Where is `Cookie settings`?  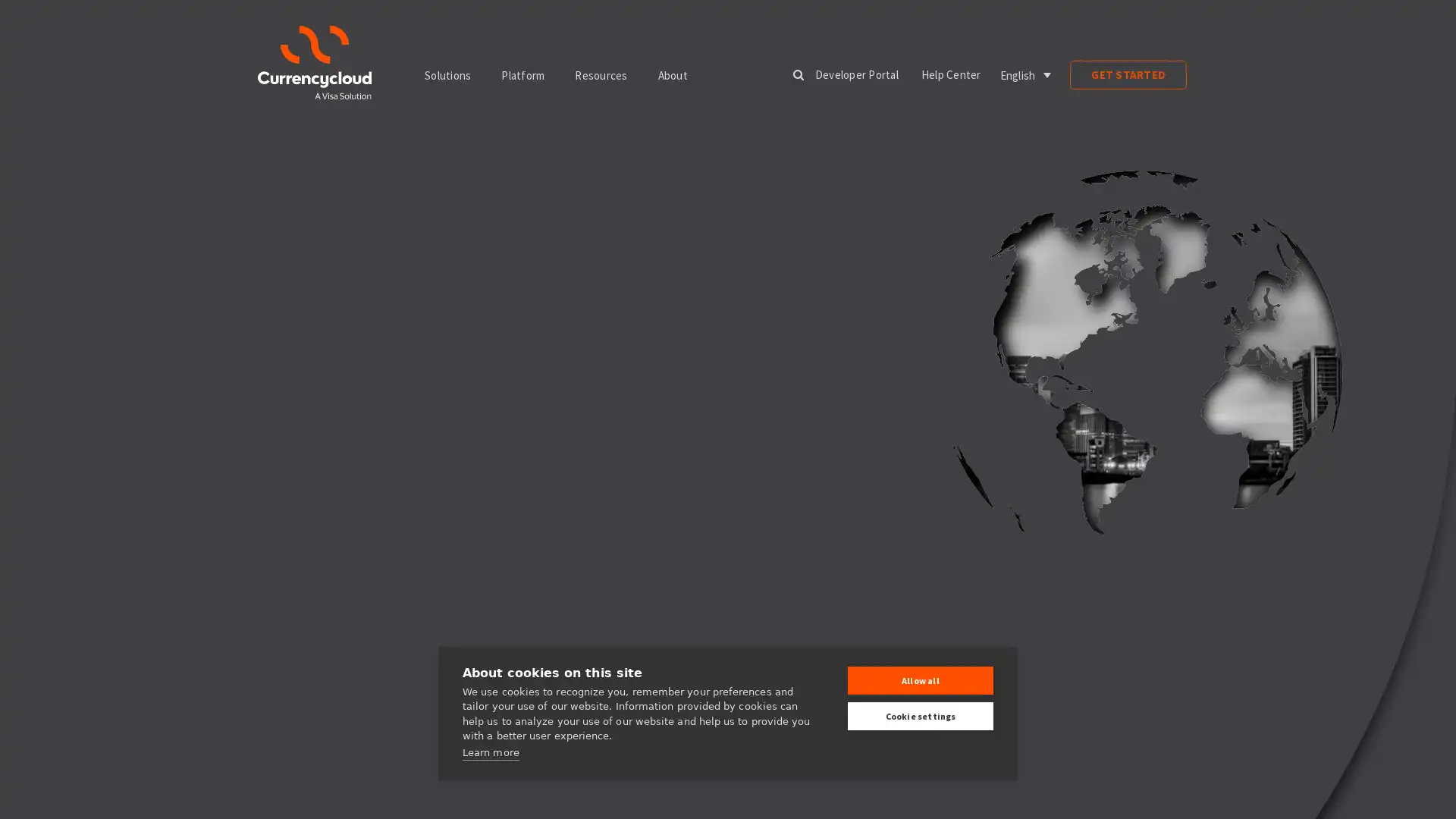 Cookie settings is located at coordinates (920, 716).